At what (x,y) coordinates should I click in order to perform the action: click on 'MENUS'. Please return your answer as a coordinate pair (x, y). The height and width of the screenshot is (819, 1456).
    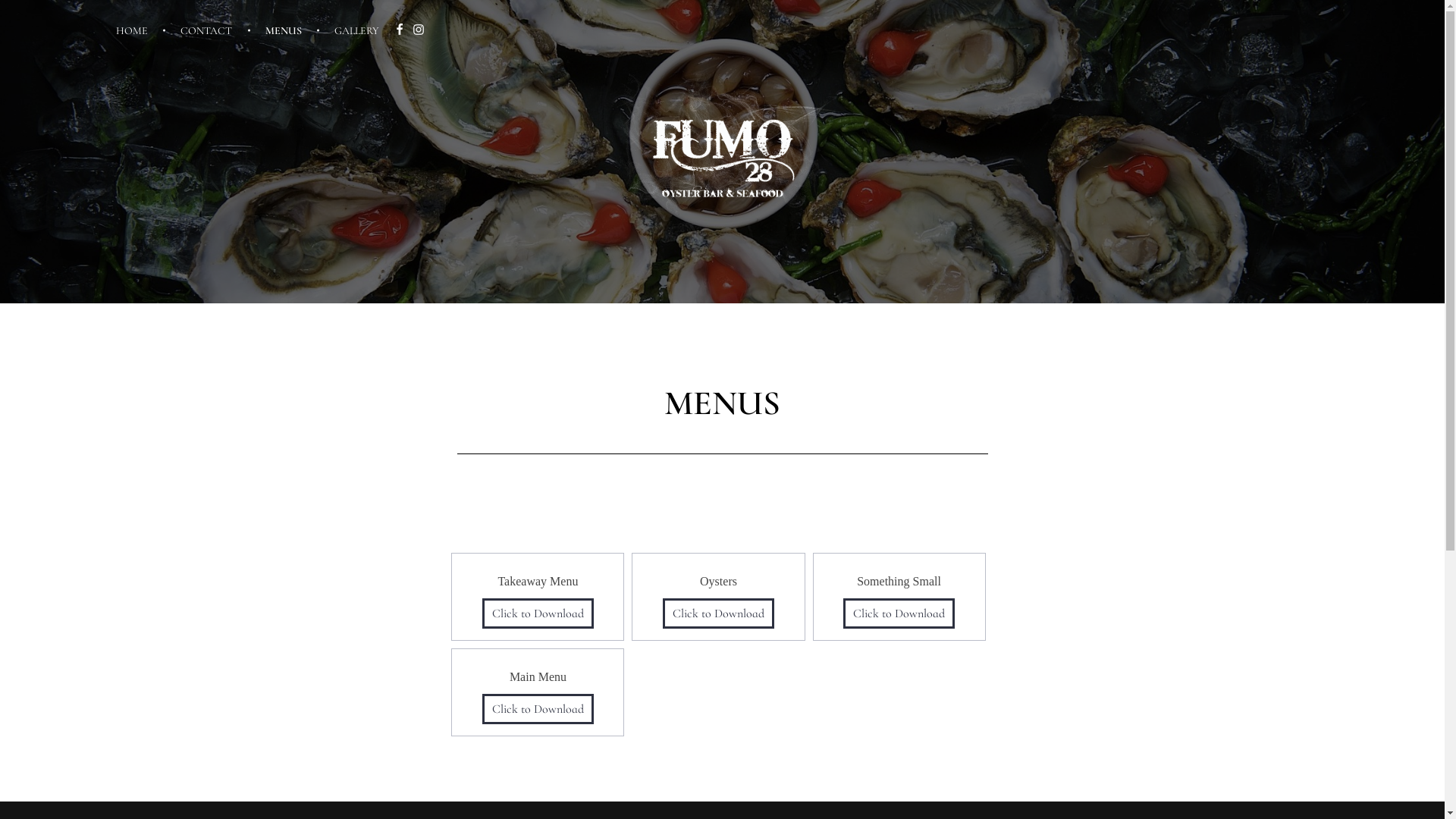
    Looking at the image, I should click on (286, 30).